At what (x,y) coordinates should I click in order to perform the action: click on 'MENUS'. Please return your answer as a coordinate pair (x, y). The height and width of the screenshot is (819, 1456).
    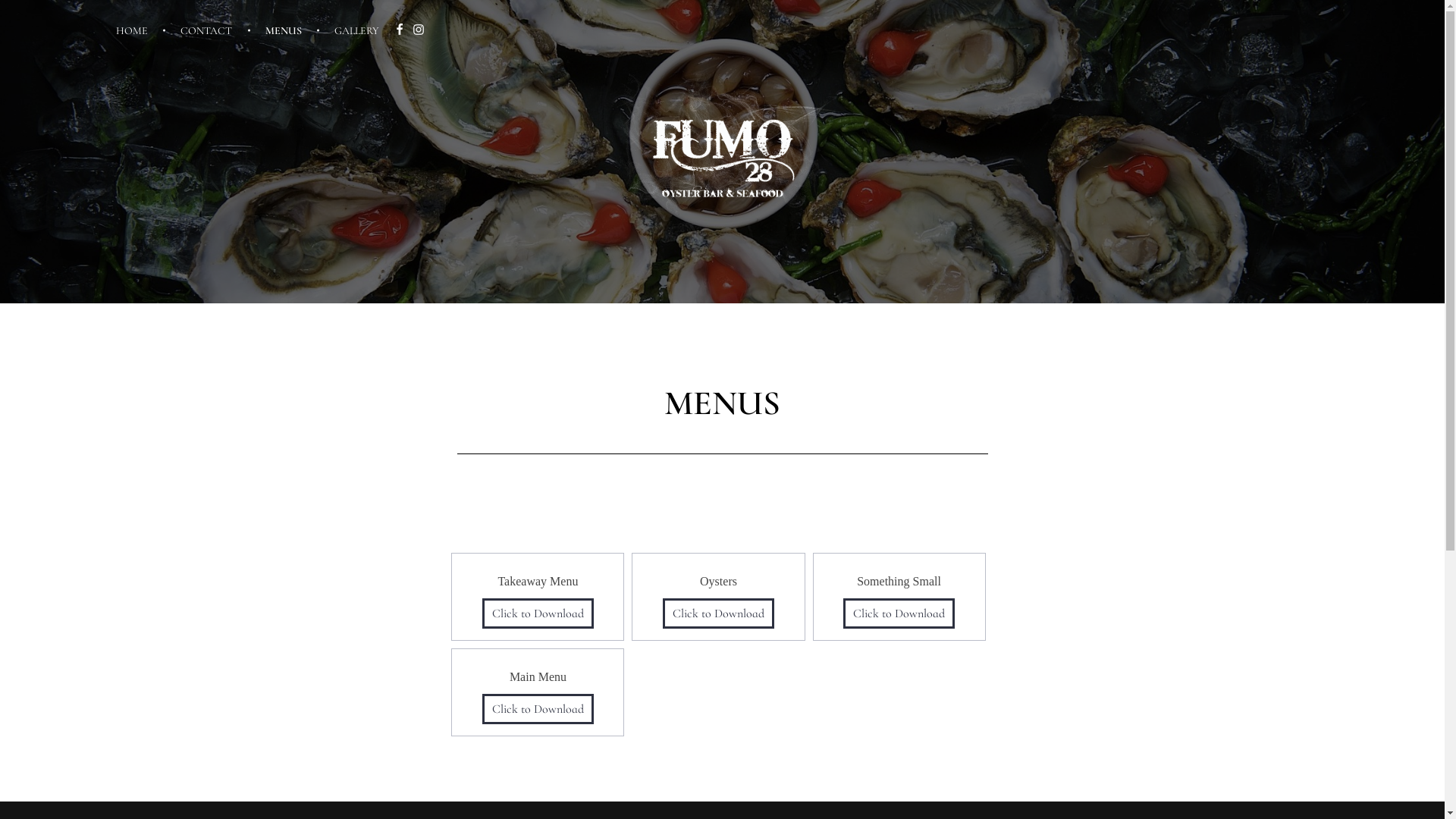
    Looking at the image, I should click on (286, 30).